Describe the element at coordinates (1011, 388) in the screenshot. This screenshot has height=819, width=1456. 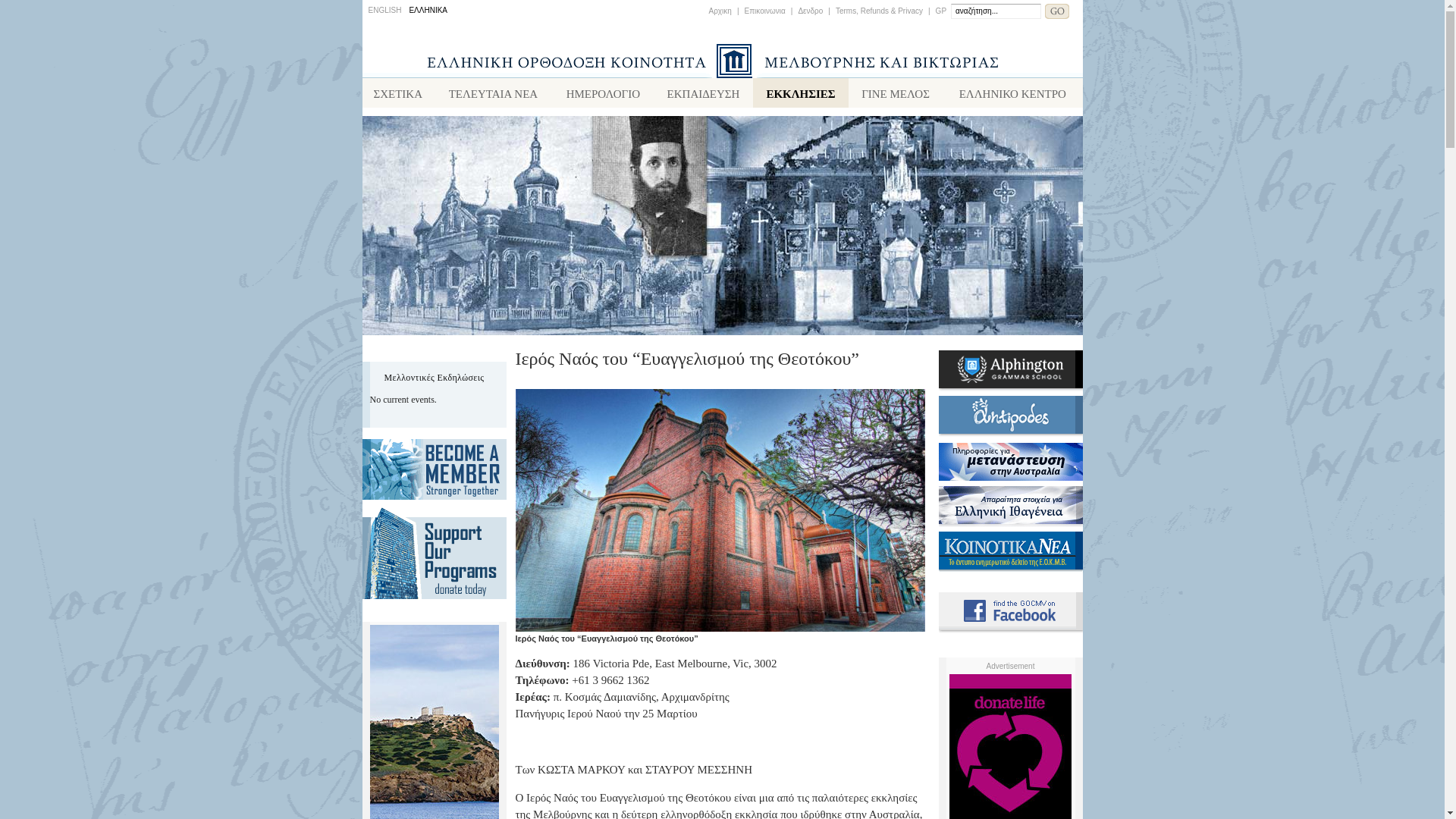
I see `'Alphington Grammar'` at that location.